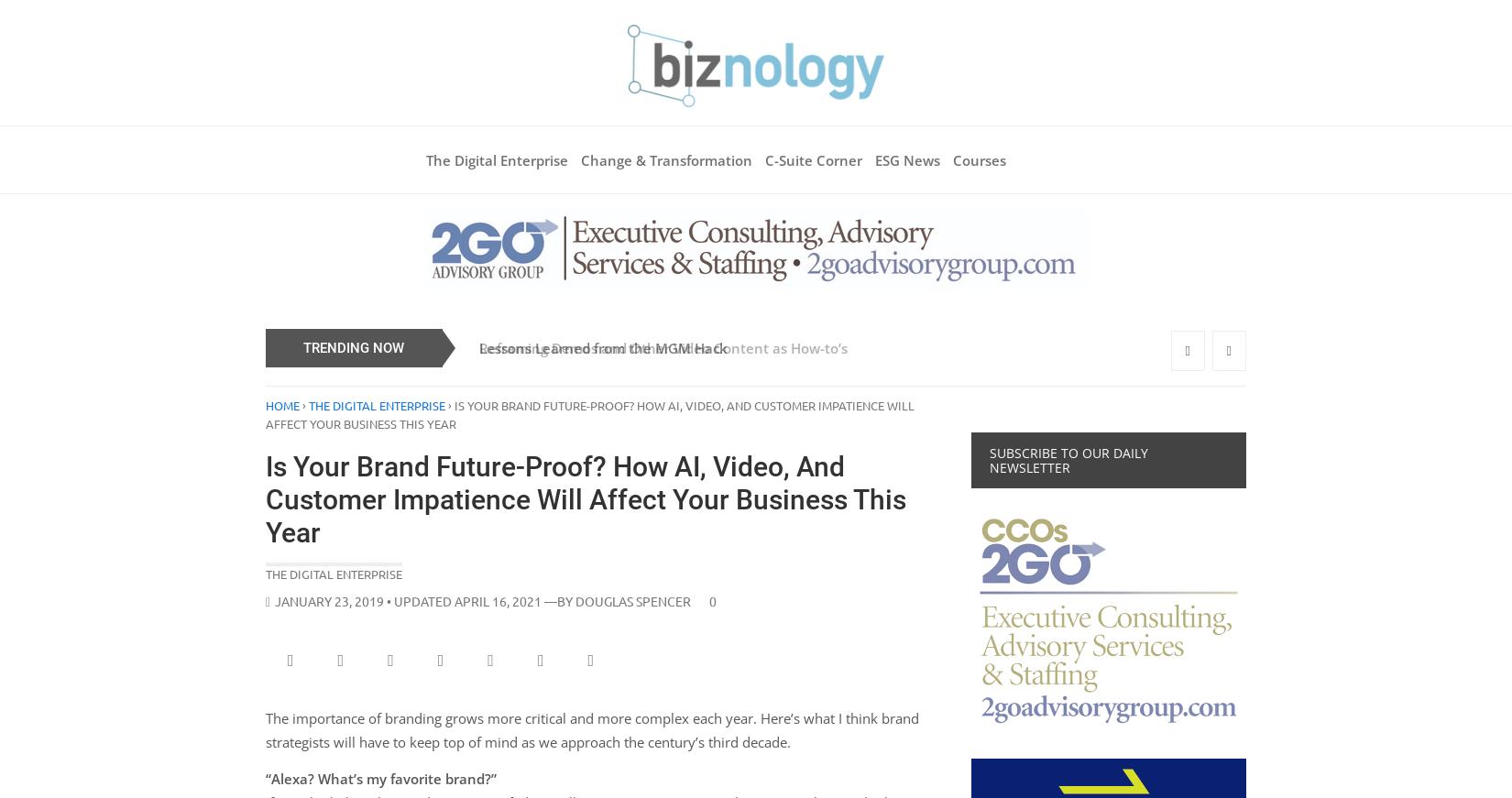  Describe the element at coordinates (302, 345) in the screenshot. I see `'Trending Now'` at that location.